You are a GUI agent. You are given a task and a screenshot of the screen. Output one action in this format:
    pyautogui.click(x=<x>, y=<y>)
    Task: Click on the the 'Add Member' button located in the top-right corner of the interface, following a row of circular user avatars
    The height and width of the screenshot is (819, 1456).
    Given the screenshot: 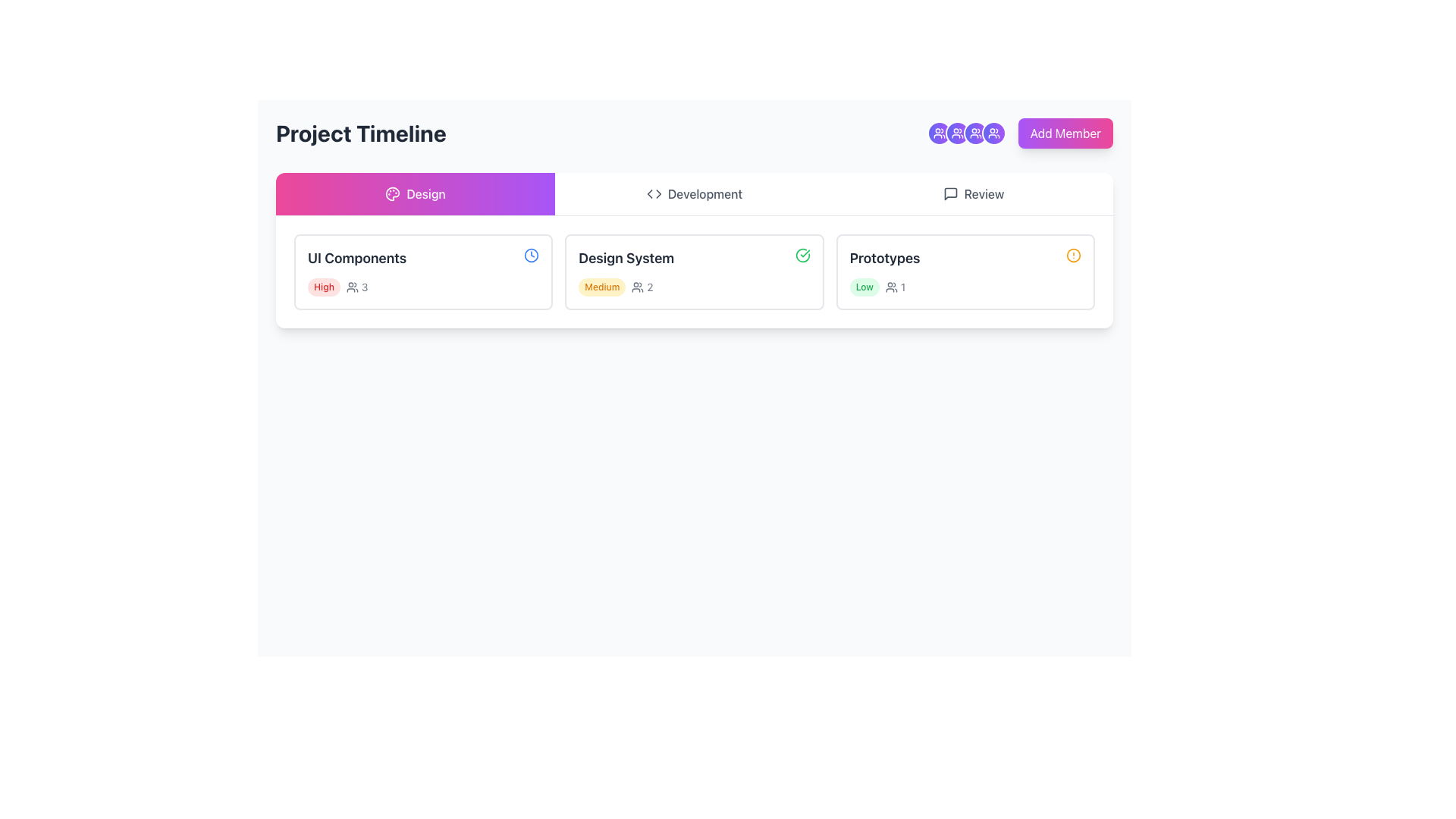 What is the action you would take?
    pyautogui.click(x=1065, y=133)
    